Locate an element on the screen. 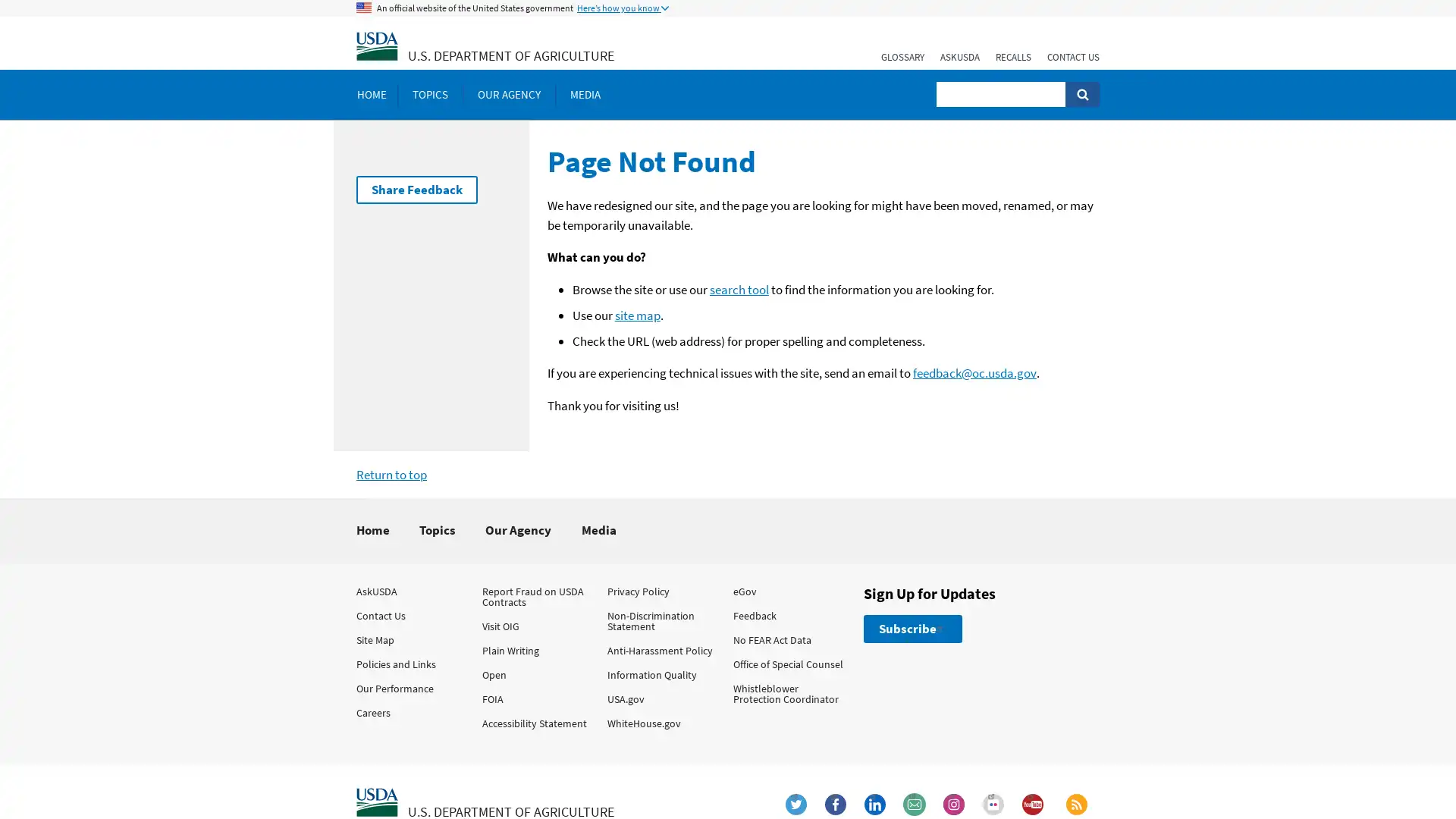 The height and width of the screenshot is (819, 1456). MEDIA is located at coordinates (585, 94).